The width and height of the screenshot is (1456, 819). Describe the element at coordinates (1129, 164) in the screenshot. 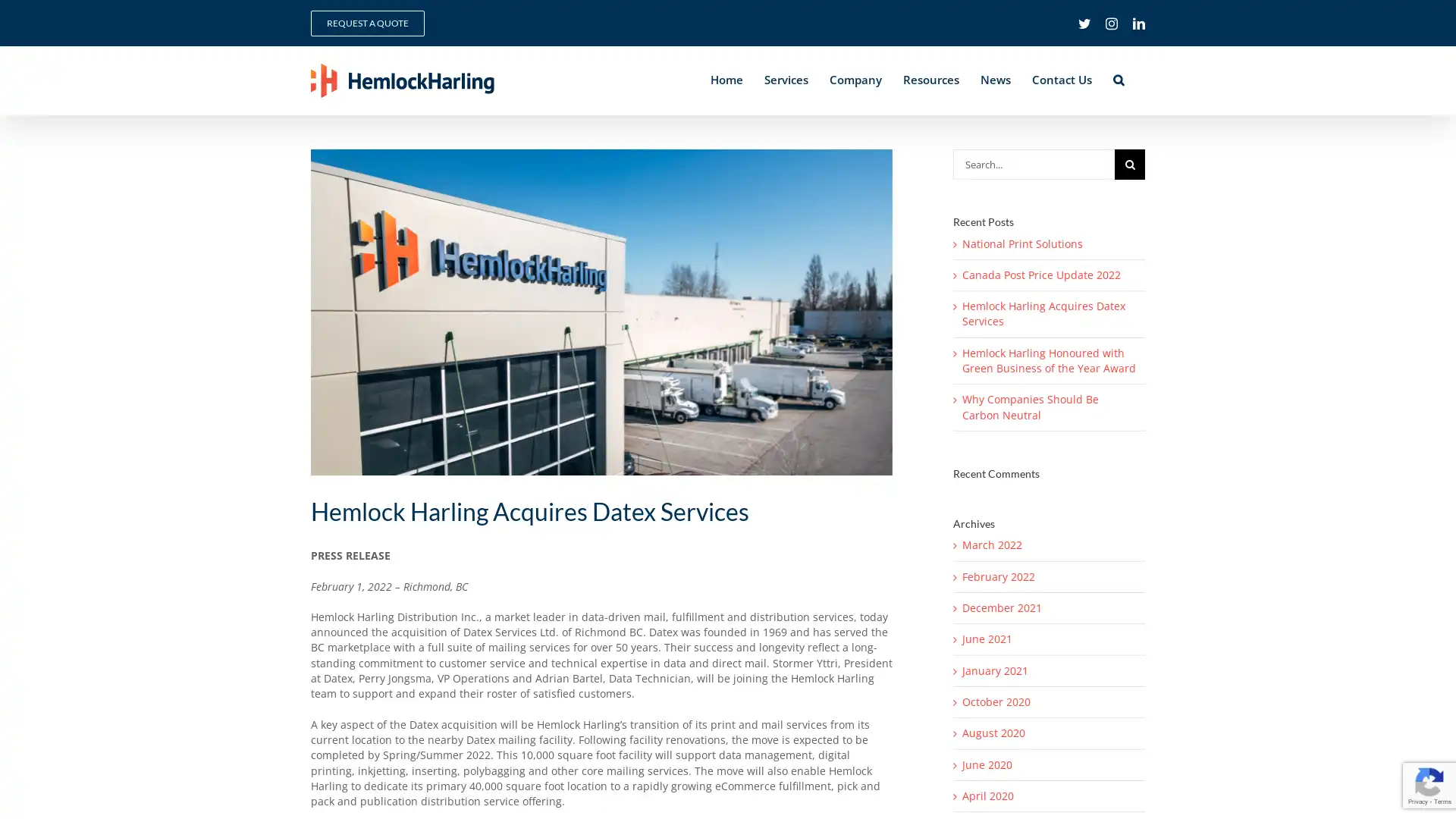

I see `Search` at that location.